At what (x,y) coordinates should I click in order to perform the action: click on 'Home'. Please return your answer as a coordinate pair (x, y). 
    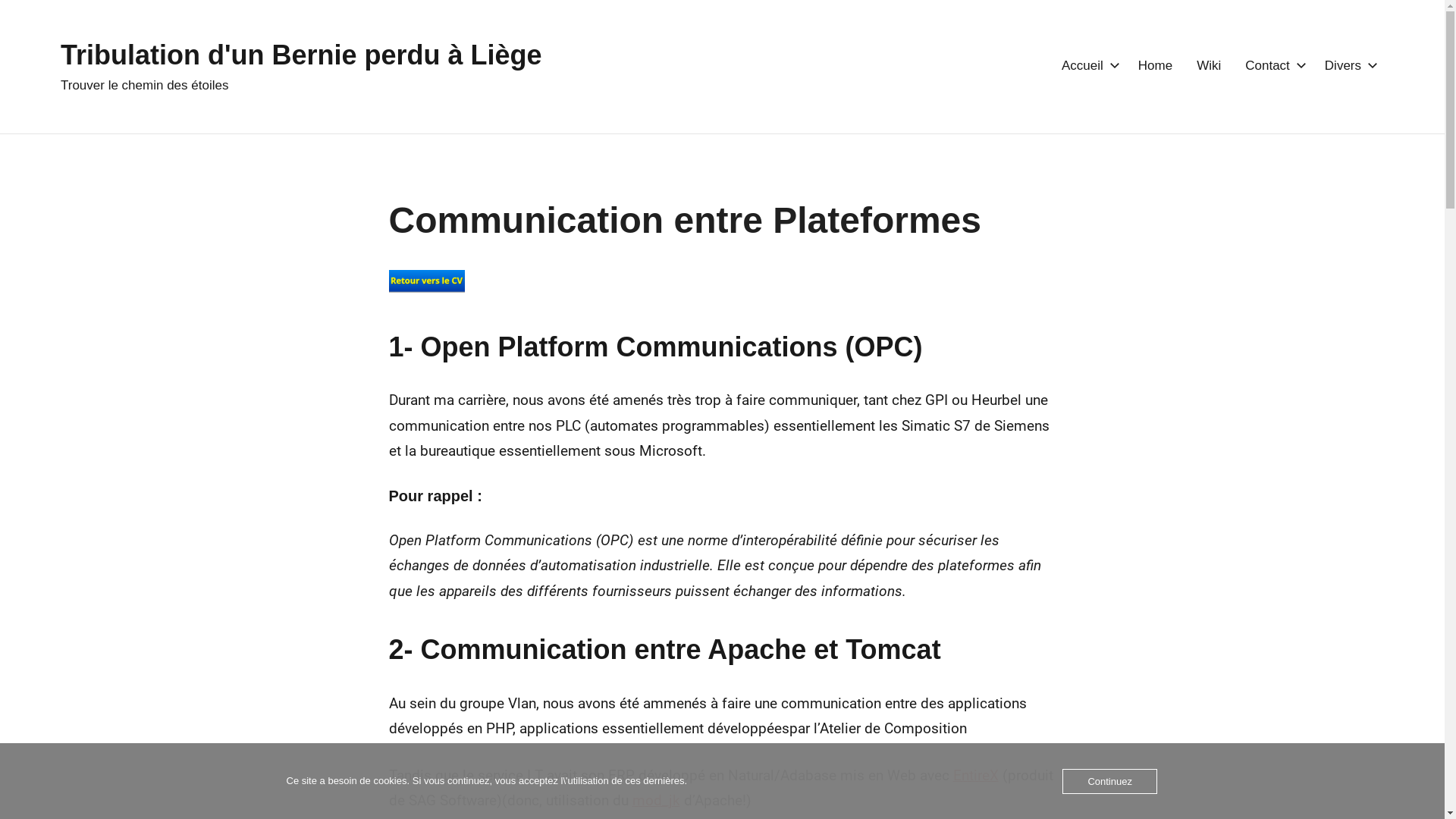
    Looking at the image, I should click on (1138, 65).